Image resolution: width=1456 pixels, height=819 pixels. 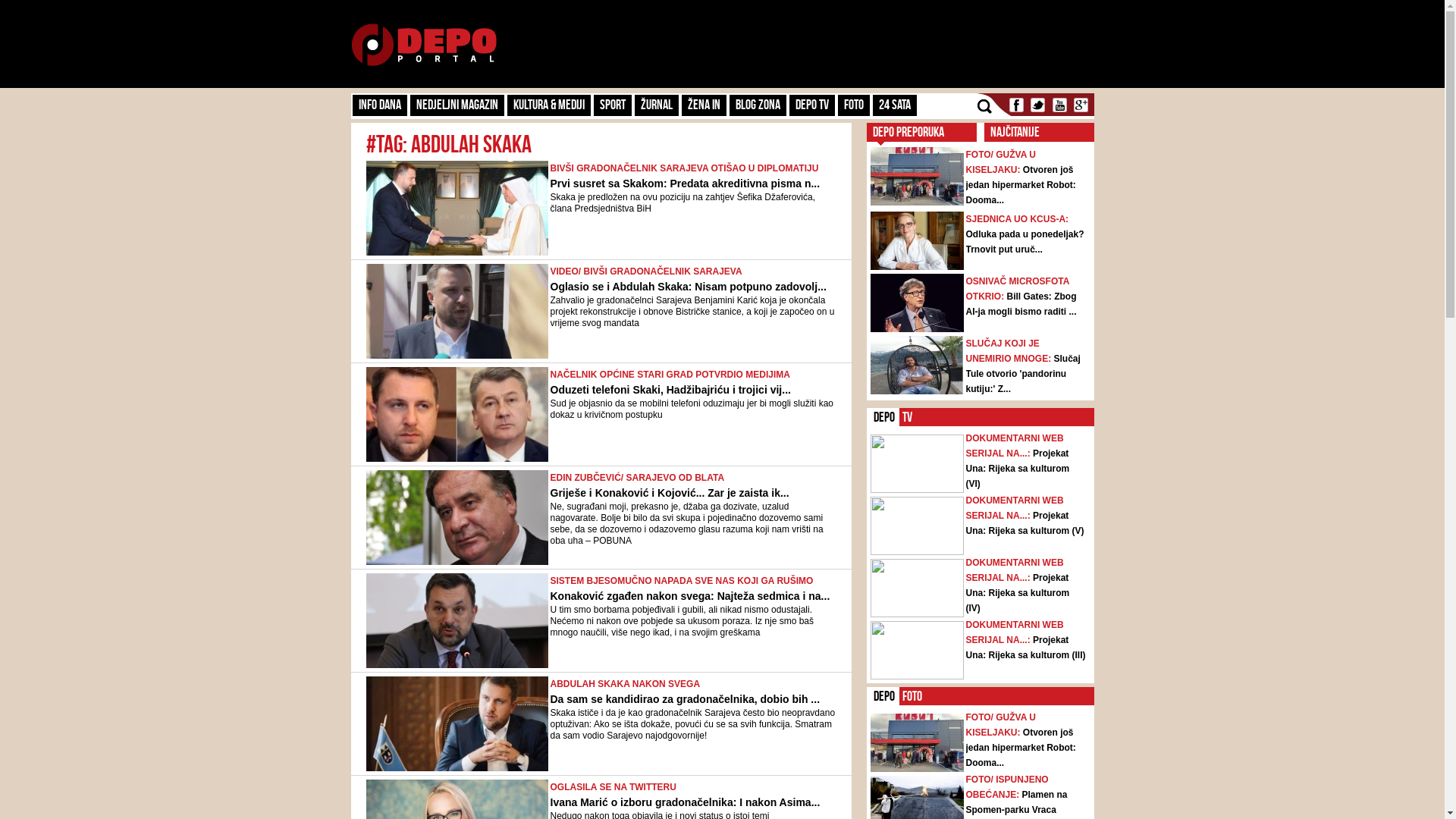 What do you see at coordinates (758, 104) in the screenshot?
I see `'Blog zona'` at bounding box center [758, 104].